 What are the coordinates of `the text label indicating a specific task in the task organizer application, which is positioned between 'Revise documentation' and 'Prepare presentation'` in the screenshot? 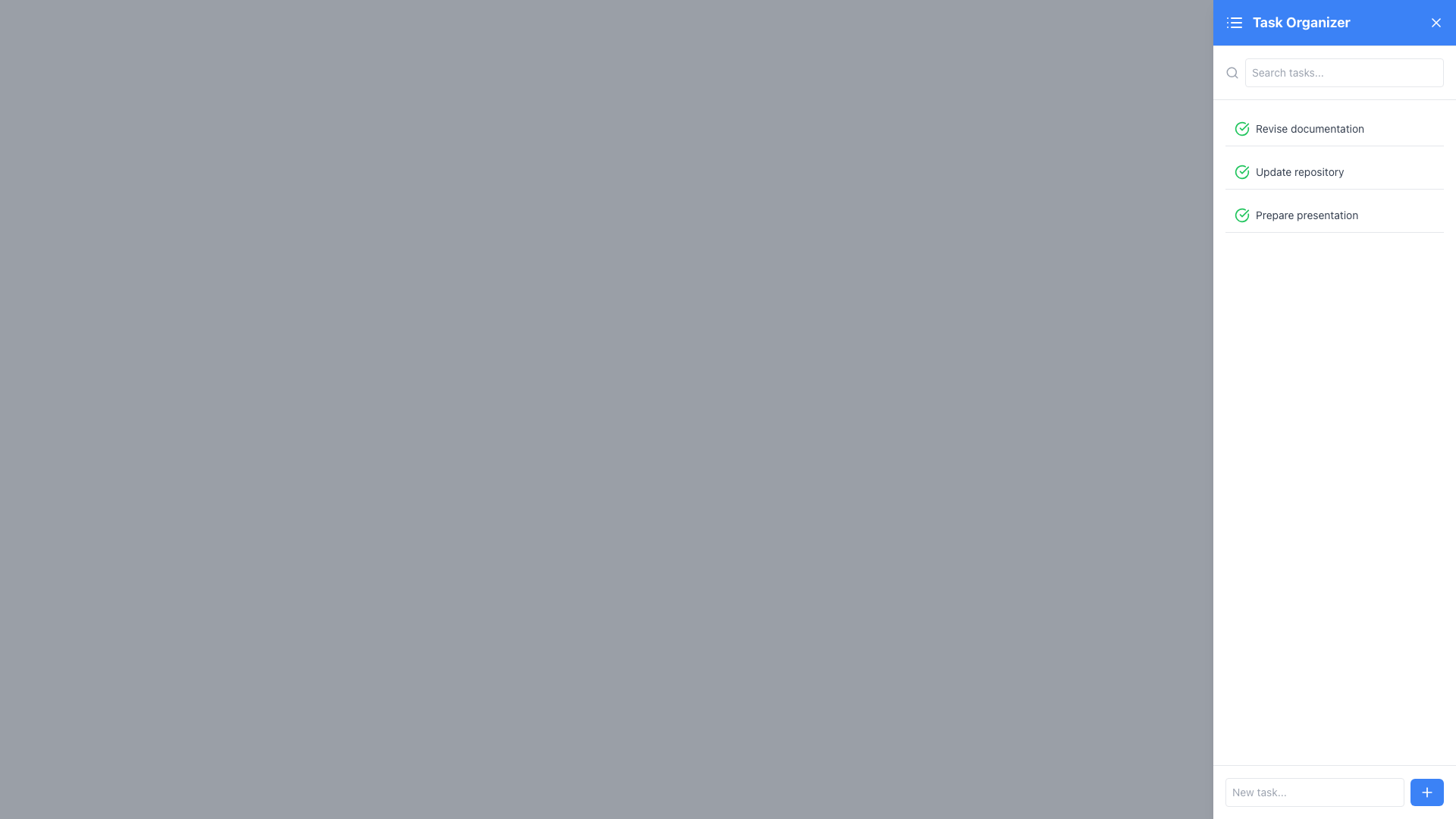 It's located at (1299, 171).